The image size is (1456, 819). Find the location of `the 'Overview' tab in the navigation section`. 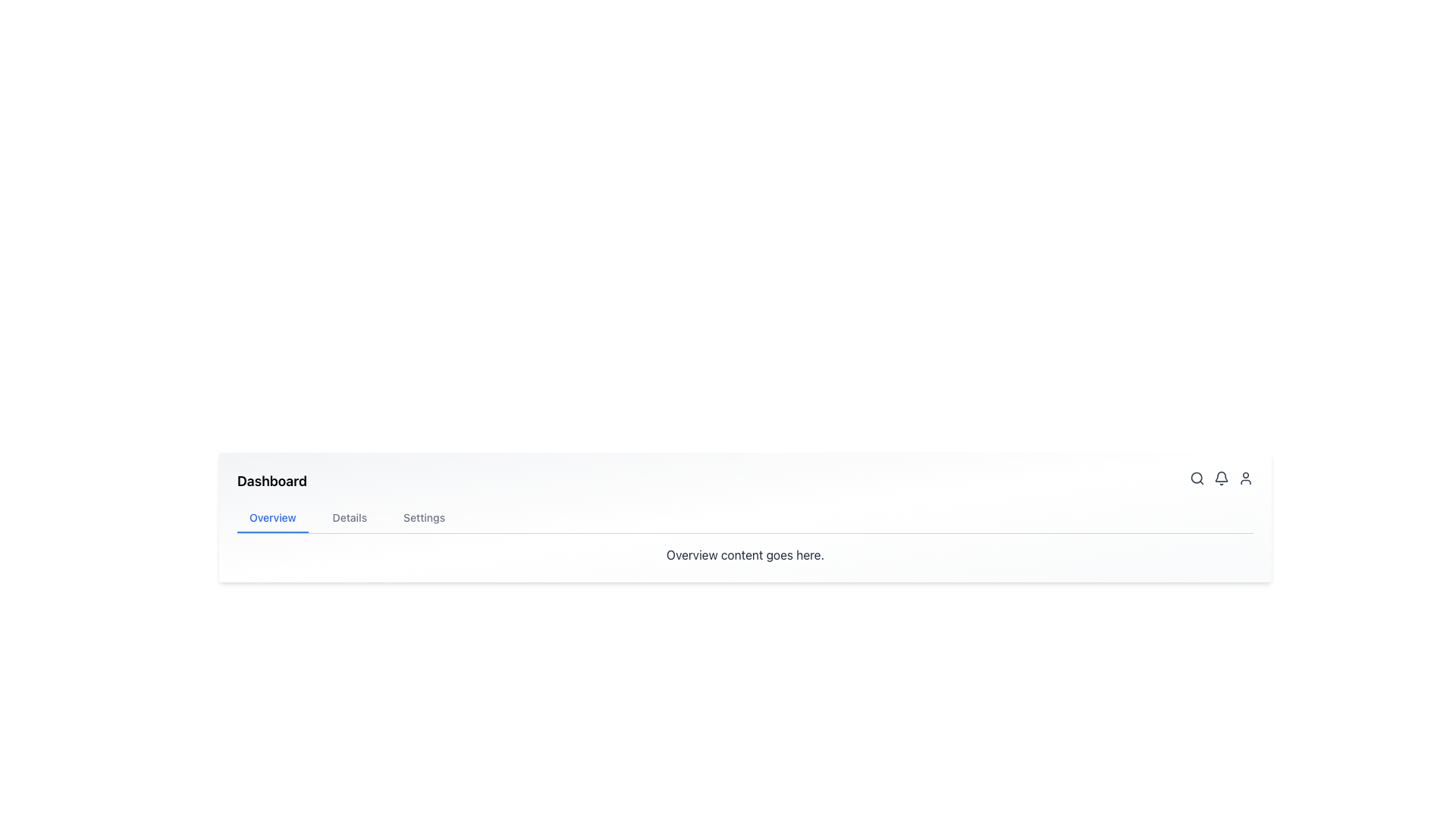

the 'Overview' tab in the navigation section is located at coordinates (272, 517).